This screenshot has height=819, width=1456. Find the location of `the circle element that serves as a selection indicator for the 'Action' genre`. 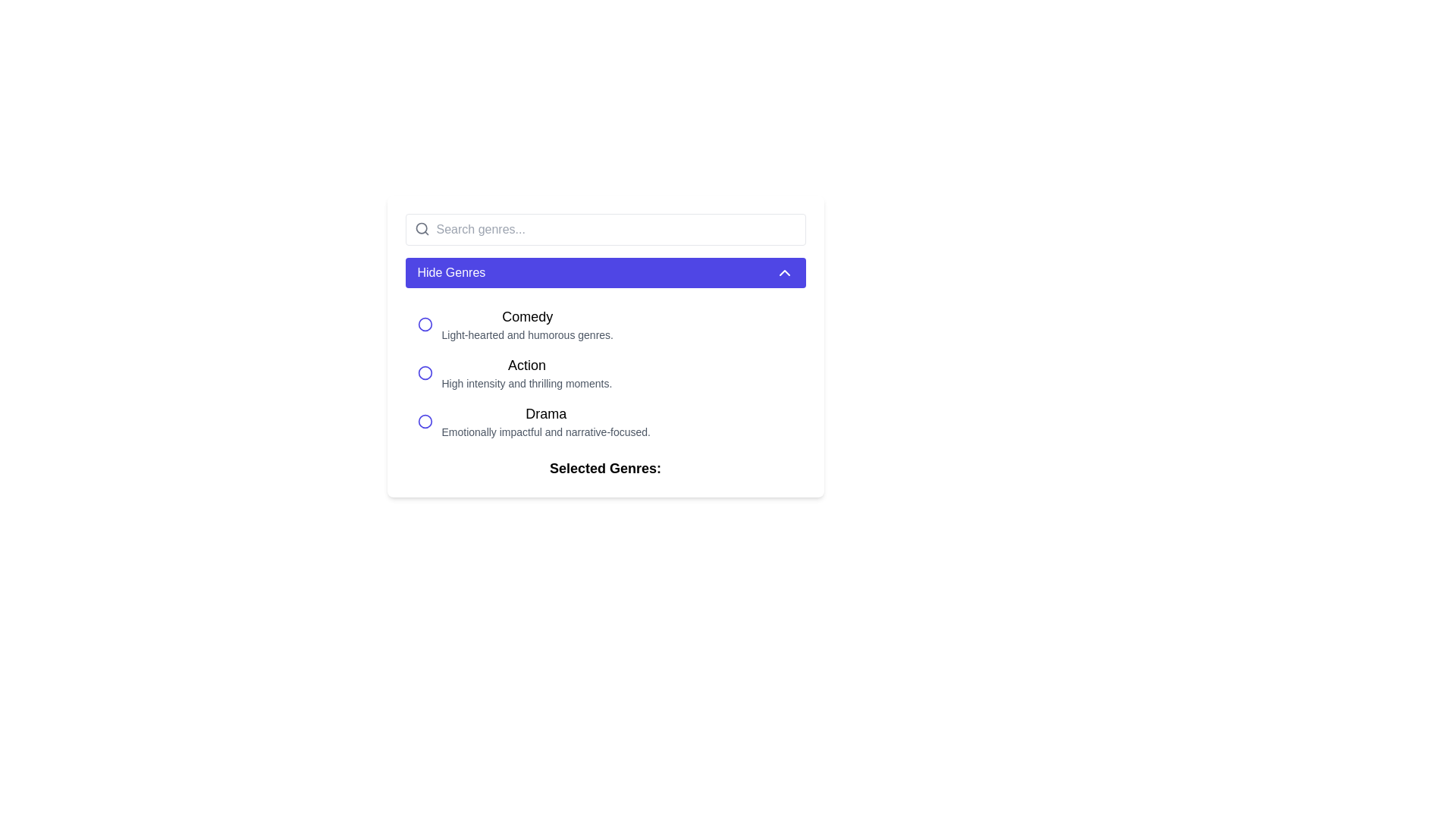

the circle element that serves as a selection indicator for the 'Action' genre is located at coordinates (425, 373).